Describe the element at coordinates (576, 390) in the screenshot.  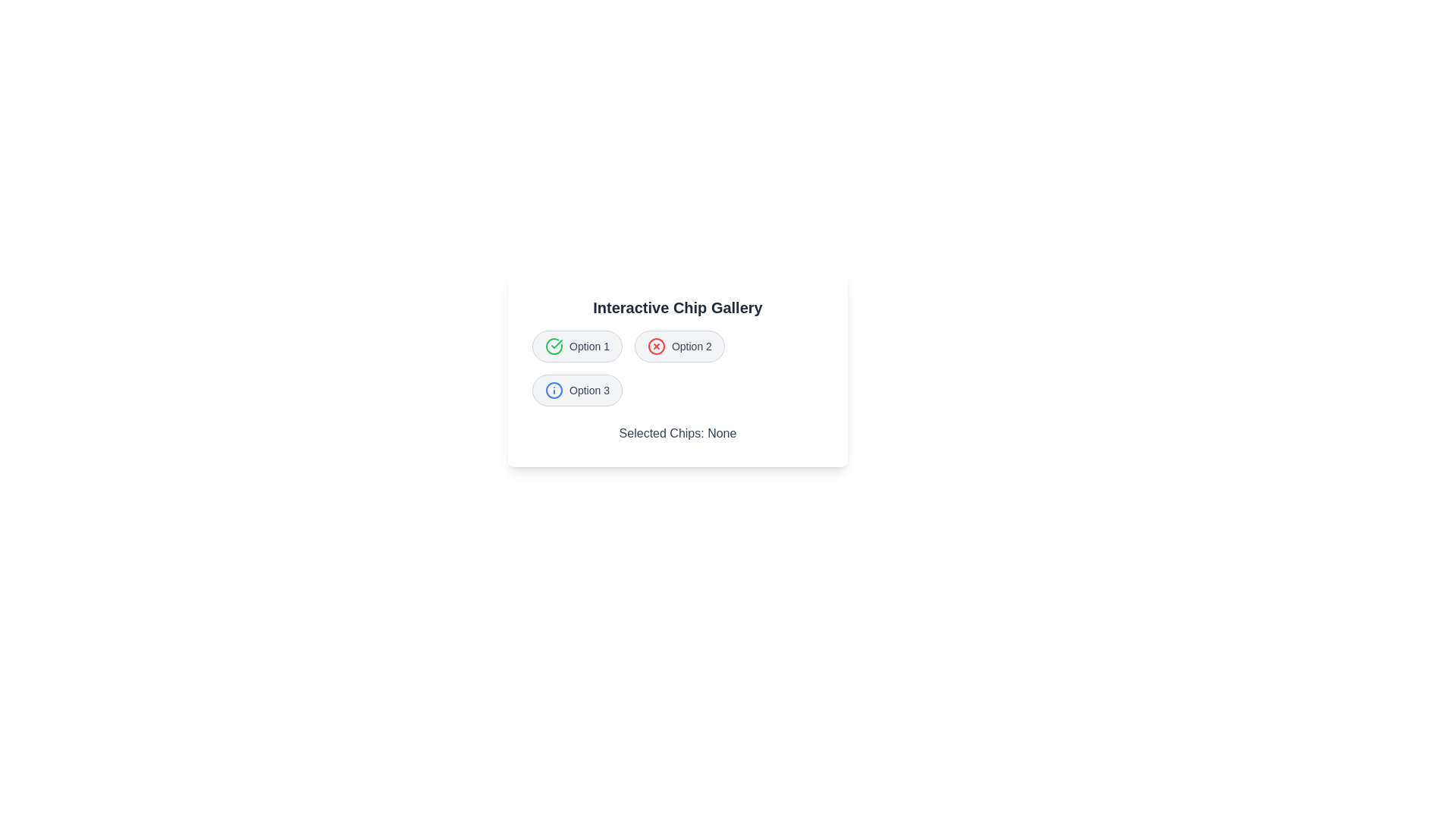
I see `the chip labeled Option 3 to observe its icon` at that location.